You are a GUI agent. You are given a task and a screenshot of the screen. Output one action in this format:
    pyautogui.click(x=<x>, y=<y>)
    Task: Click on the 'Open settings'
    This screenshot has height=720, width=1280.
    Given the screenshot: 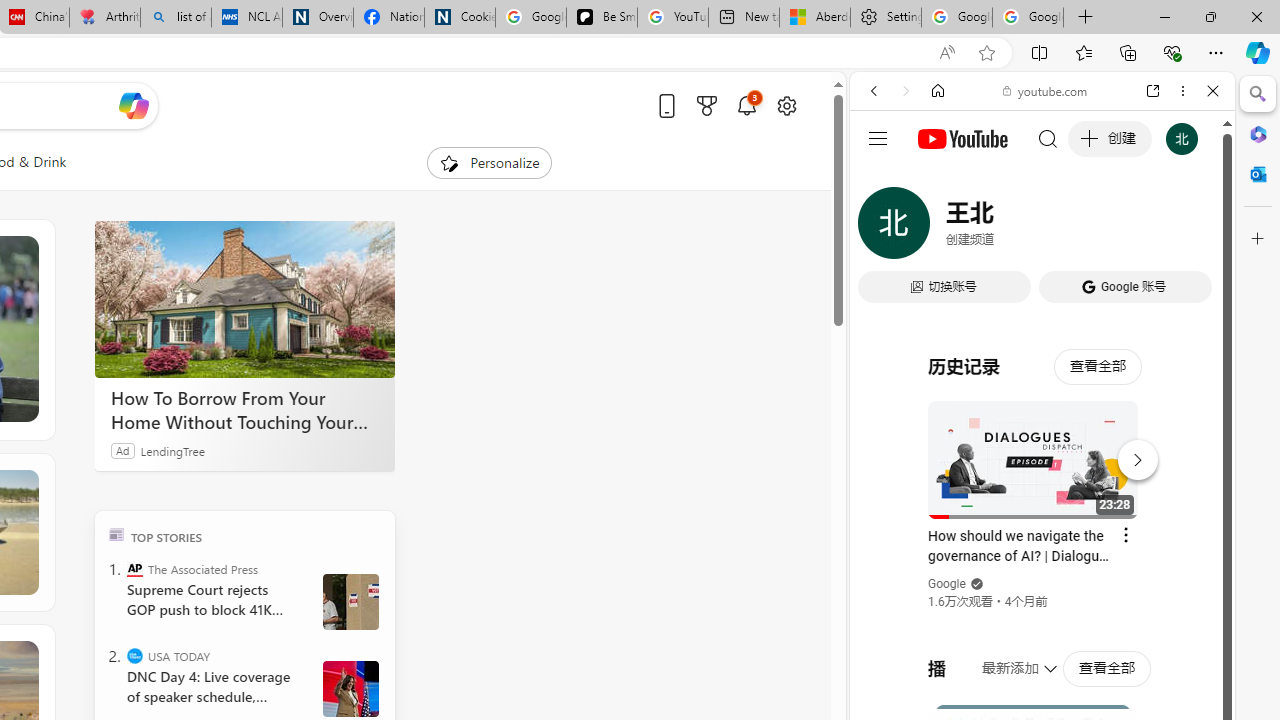 What is the action you would take?
    pyautogui.click(x=785, y=105)
    